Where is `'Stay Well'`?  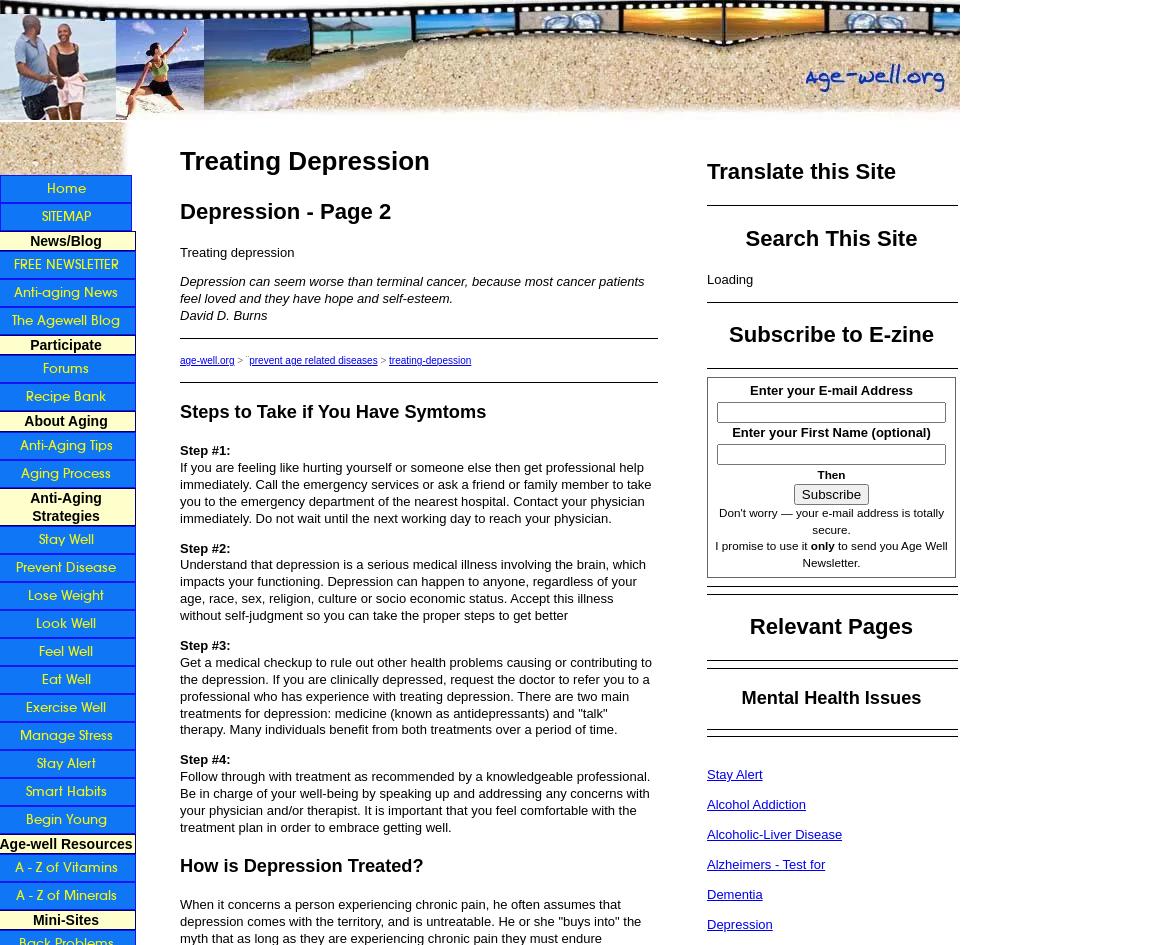 'Stay Well' is located at coordinates (64, 537).